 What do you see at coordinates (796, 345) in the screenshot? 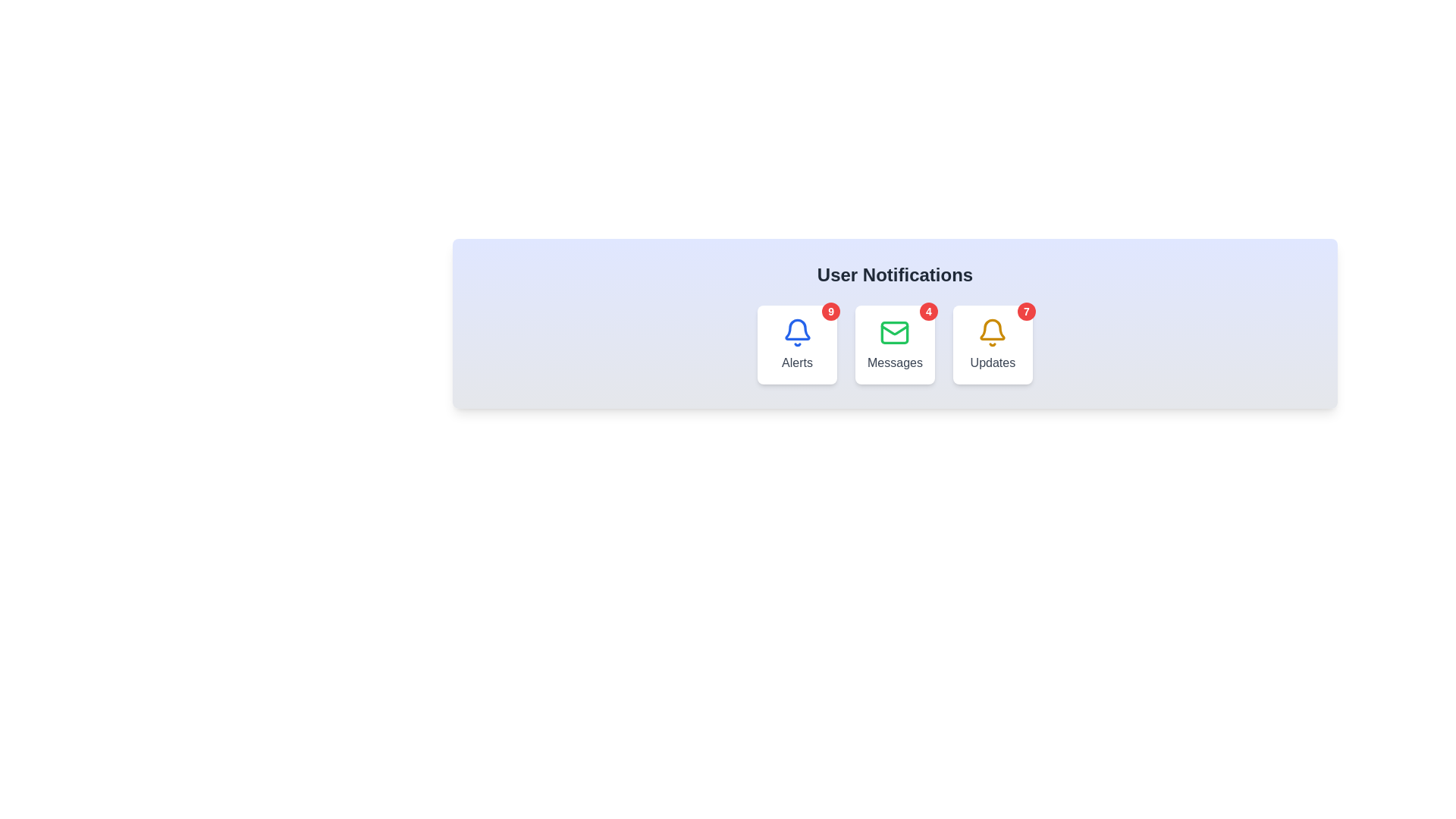
I see `the card element featuring a blue bell icon and a red badge with '9'` at bounding box center [796, 345].